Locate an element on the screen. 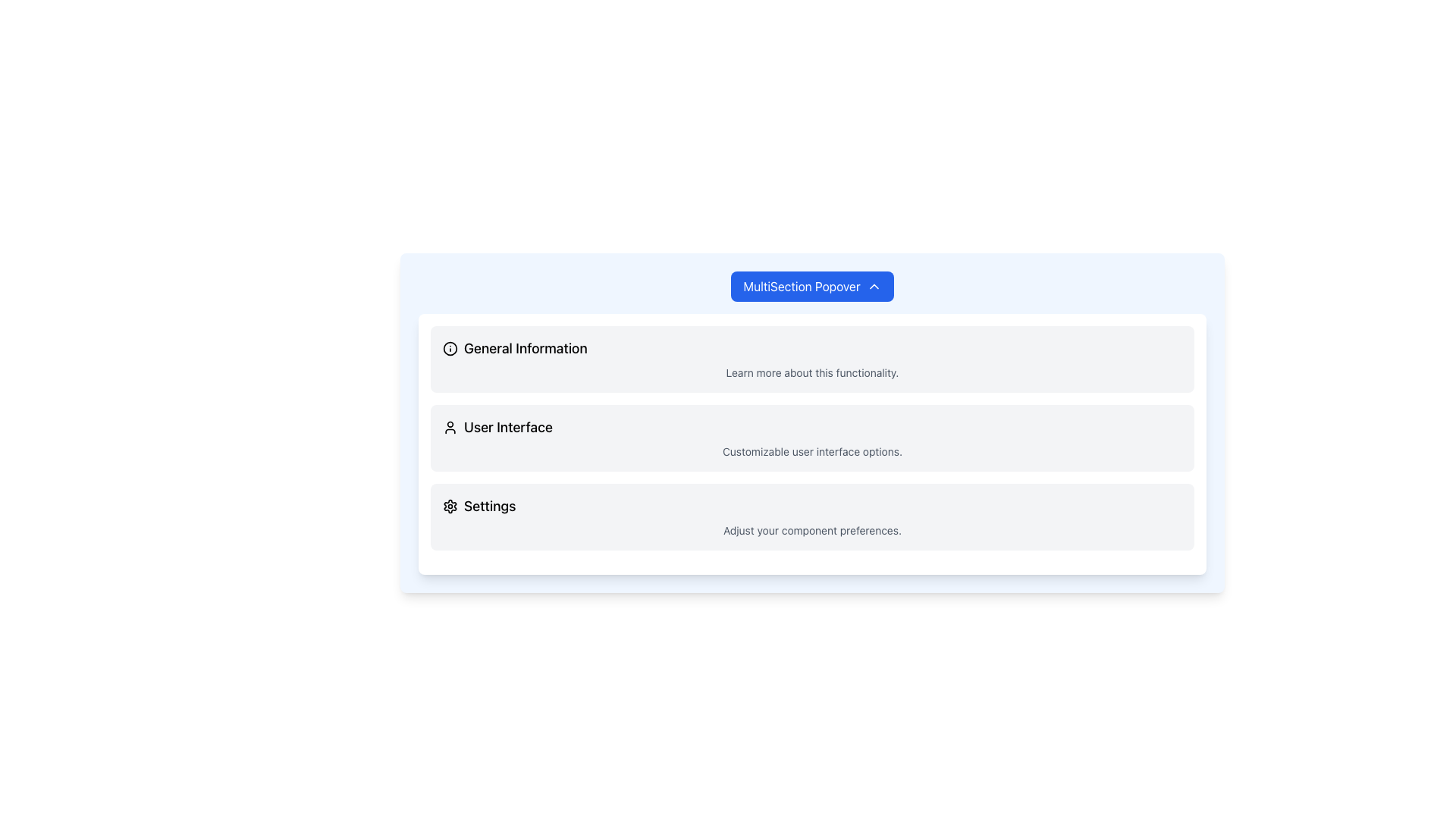  the outer cog of the settings icon located in the bottom row labeled 'Settings' within the popover menu is located at coordinates (450, 506).